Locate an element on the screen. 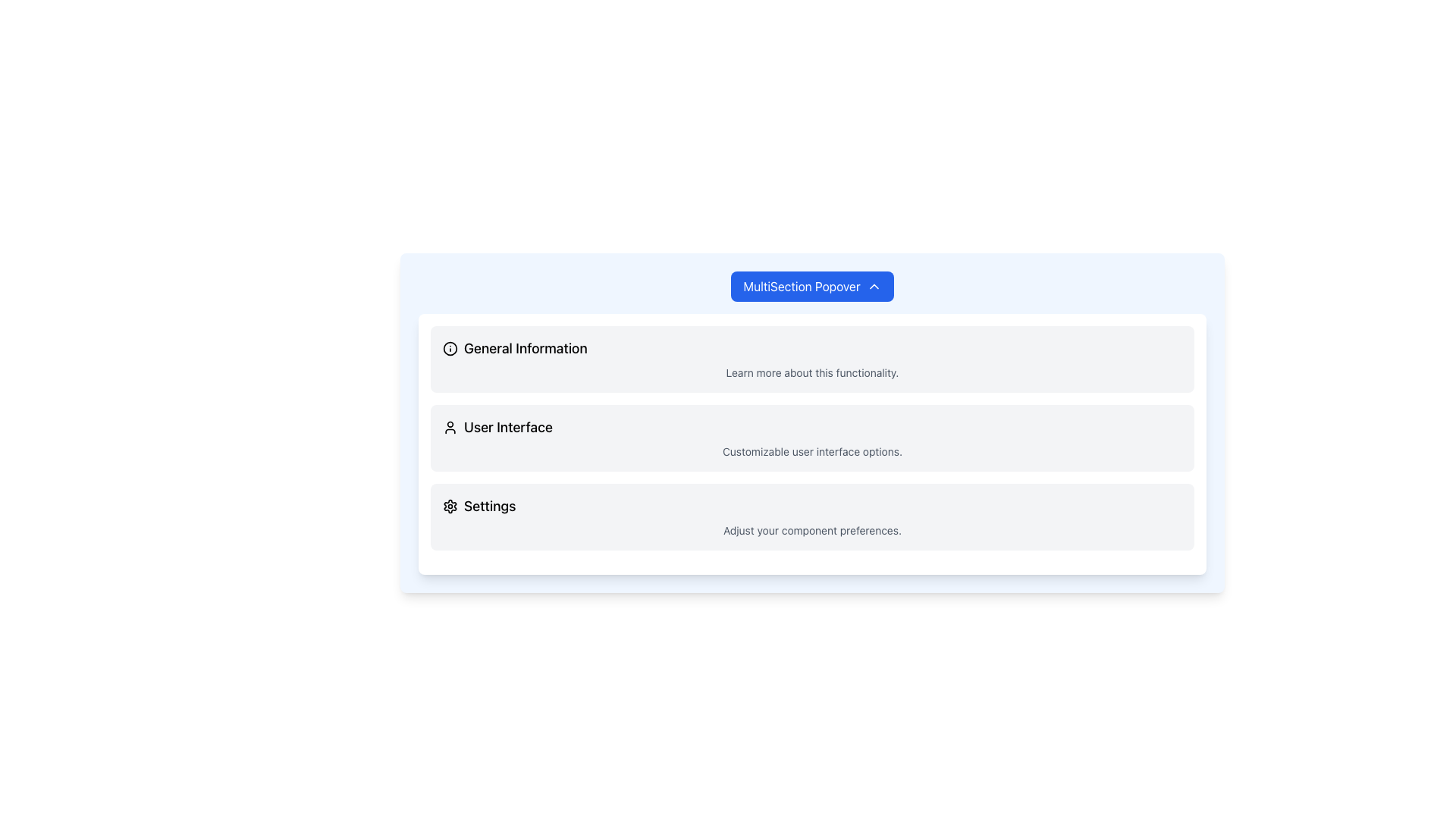  the outer cog of the settings icon located in the bottom row labeled 'Settings' within the popover menu is located at coordinates (450, 506).